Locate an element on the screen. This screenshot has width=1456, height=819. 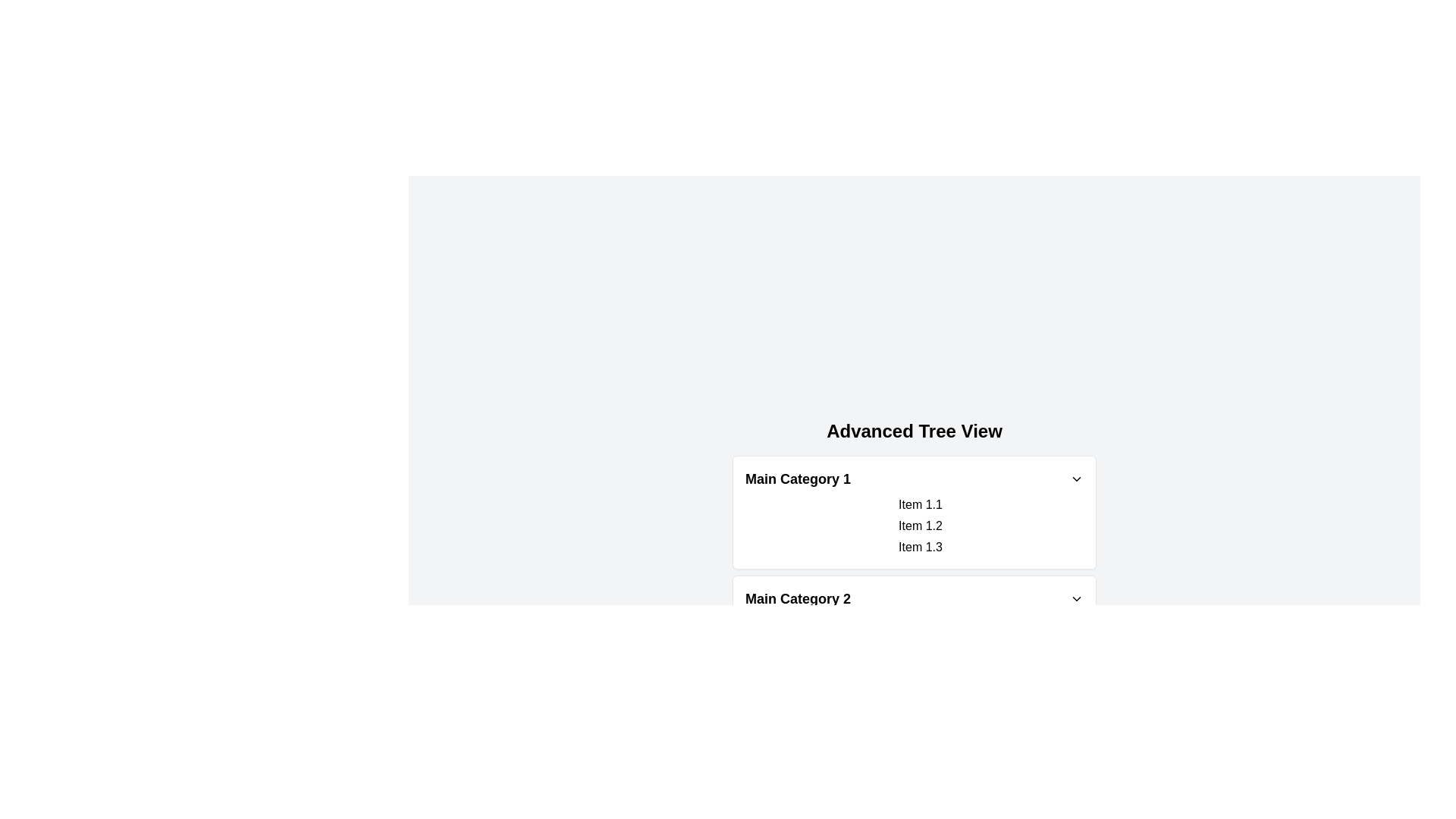
the list item labeled 'Item 1.1' in the dropdown of 'Main Category 1', which is the first item in the list, positioned above 'Item 1.2' and 'Item 1.3' is located at coordinates (920, 505).